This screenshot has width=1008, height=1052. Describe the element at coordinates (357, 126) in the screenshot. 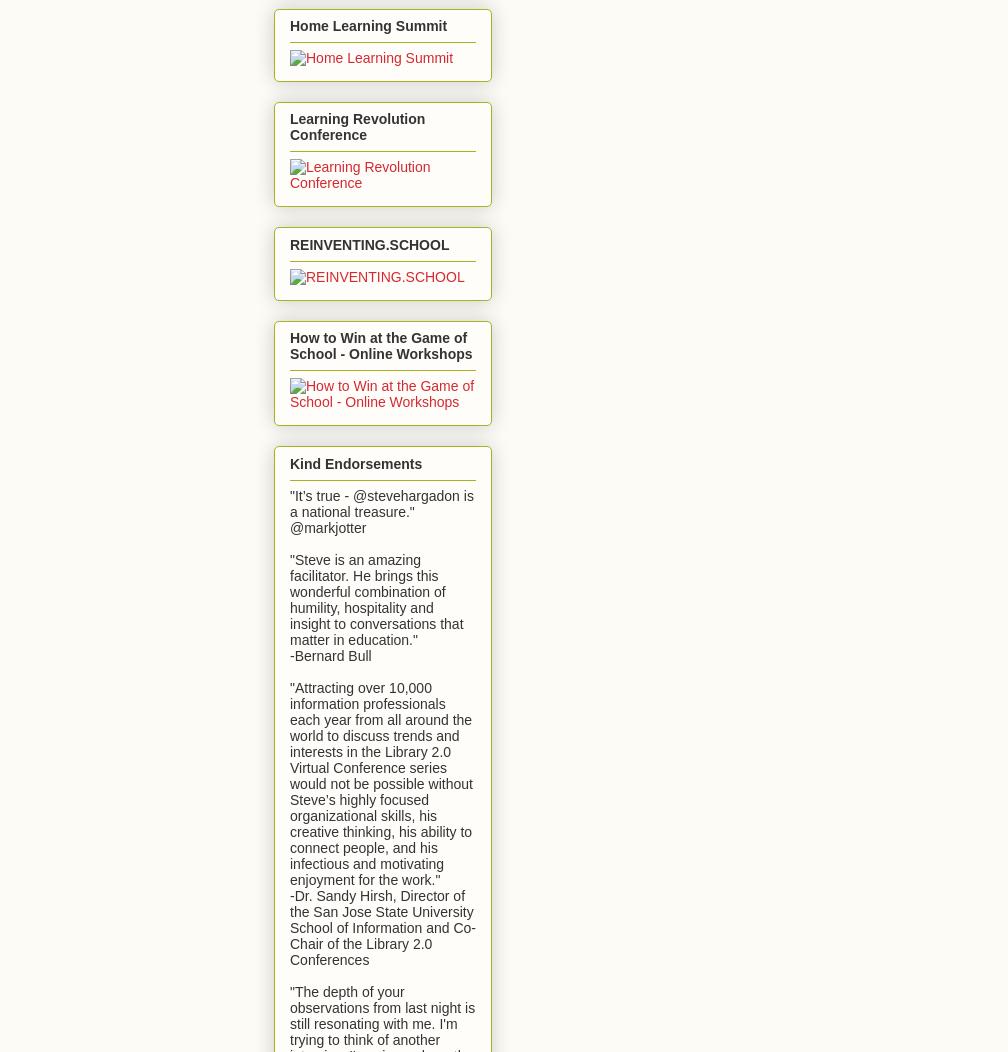

I see `'Learning Revolution Conference'` at that location.